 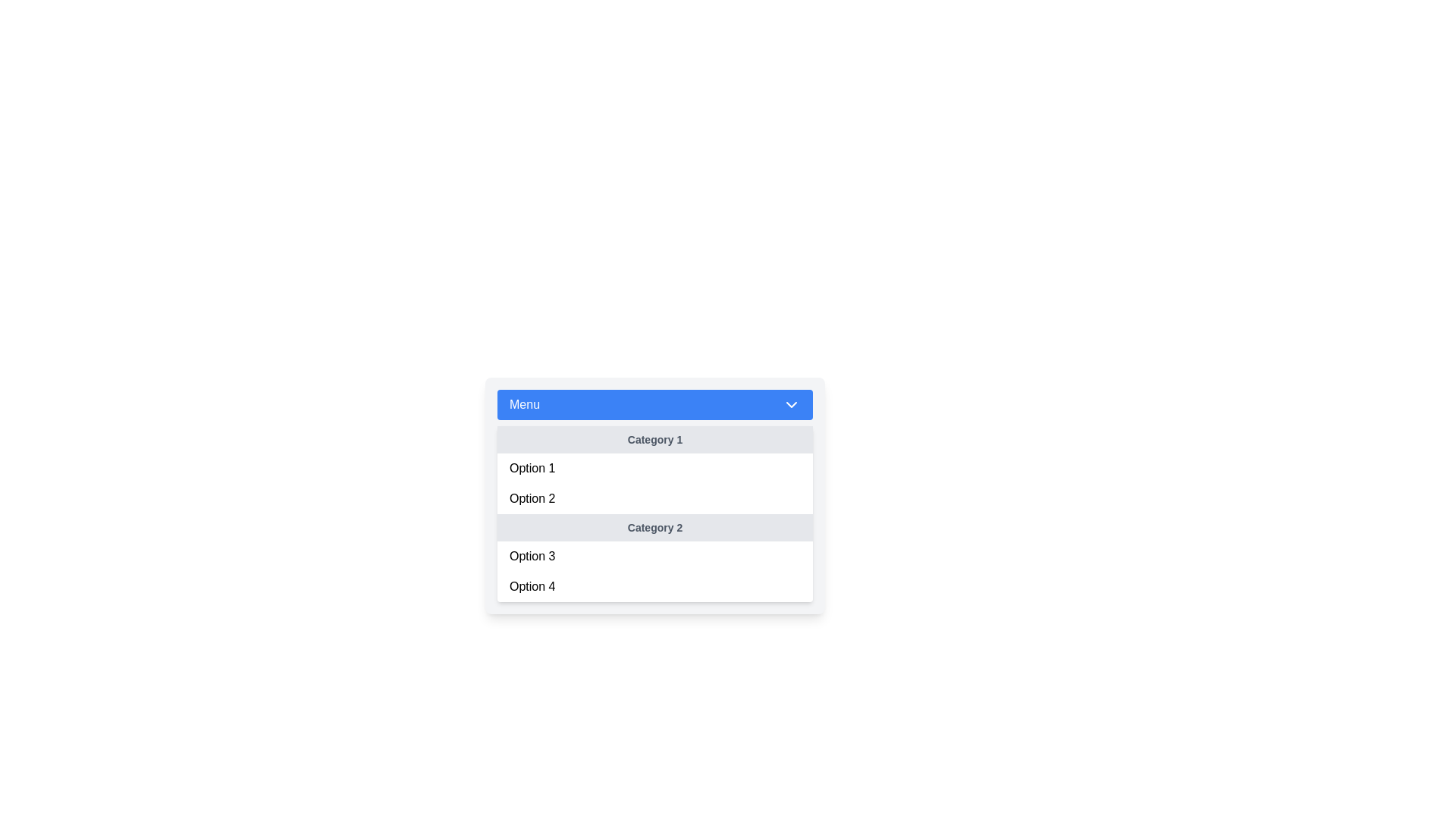 I want to click on the chevron icon located to the right of the 'Menu' label in the top-right corner of the blue header section, so click(x=790, y=403).